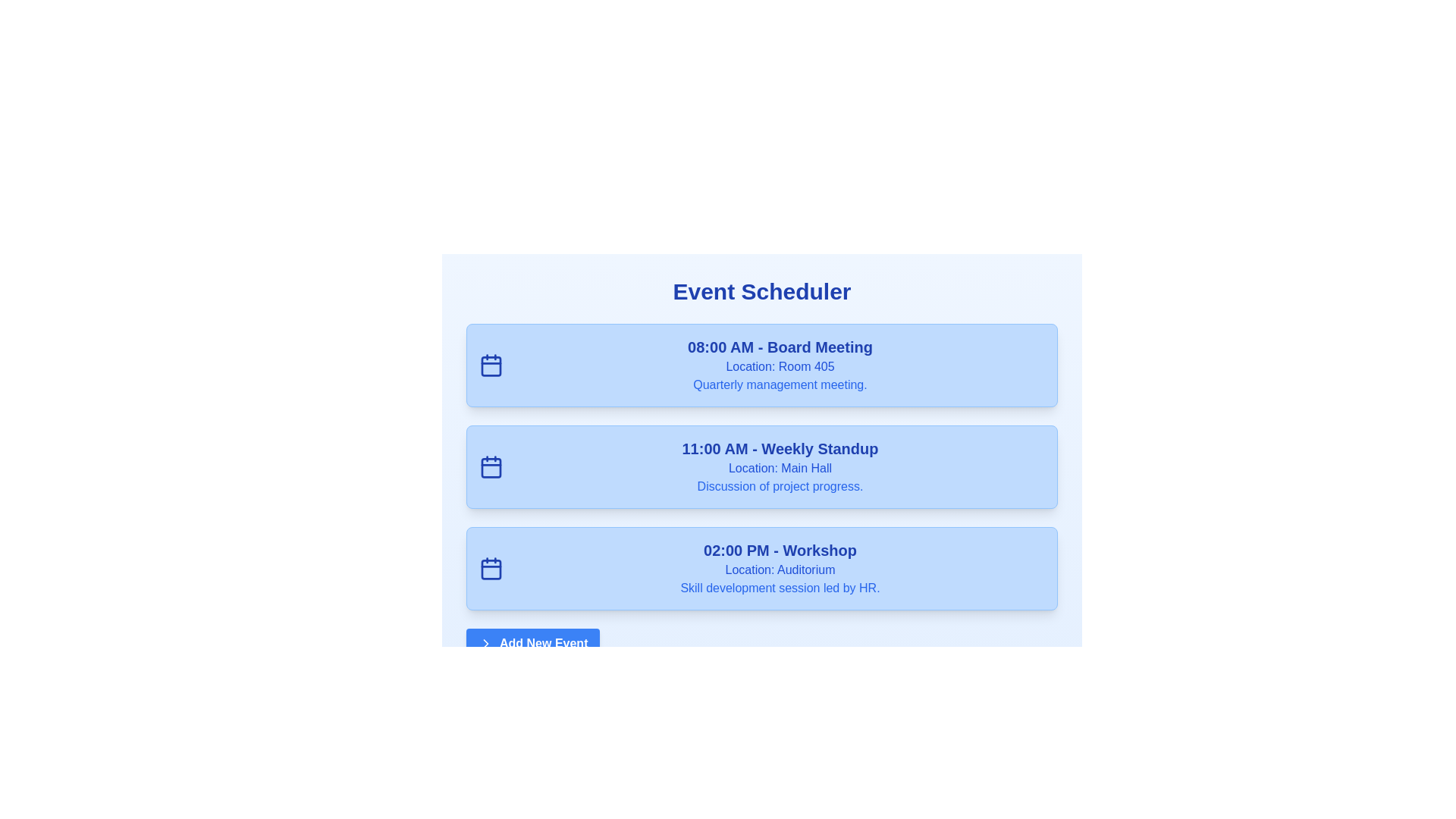 The width and height of the screenshot is (1456, 819). What do you see at coordinates (780, 486) in the screenshot?
I see `the text element that provides additional details related to the '11:00 AM - Weekly Standup' event, located below the event title and location details` at bounding box center [780, 486].